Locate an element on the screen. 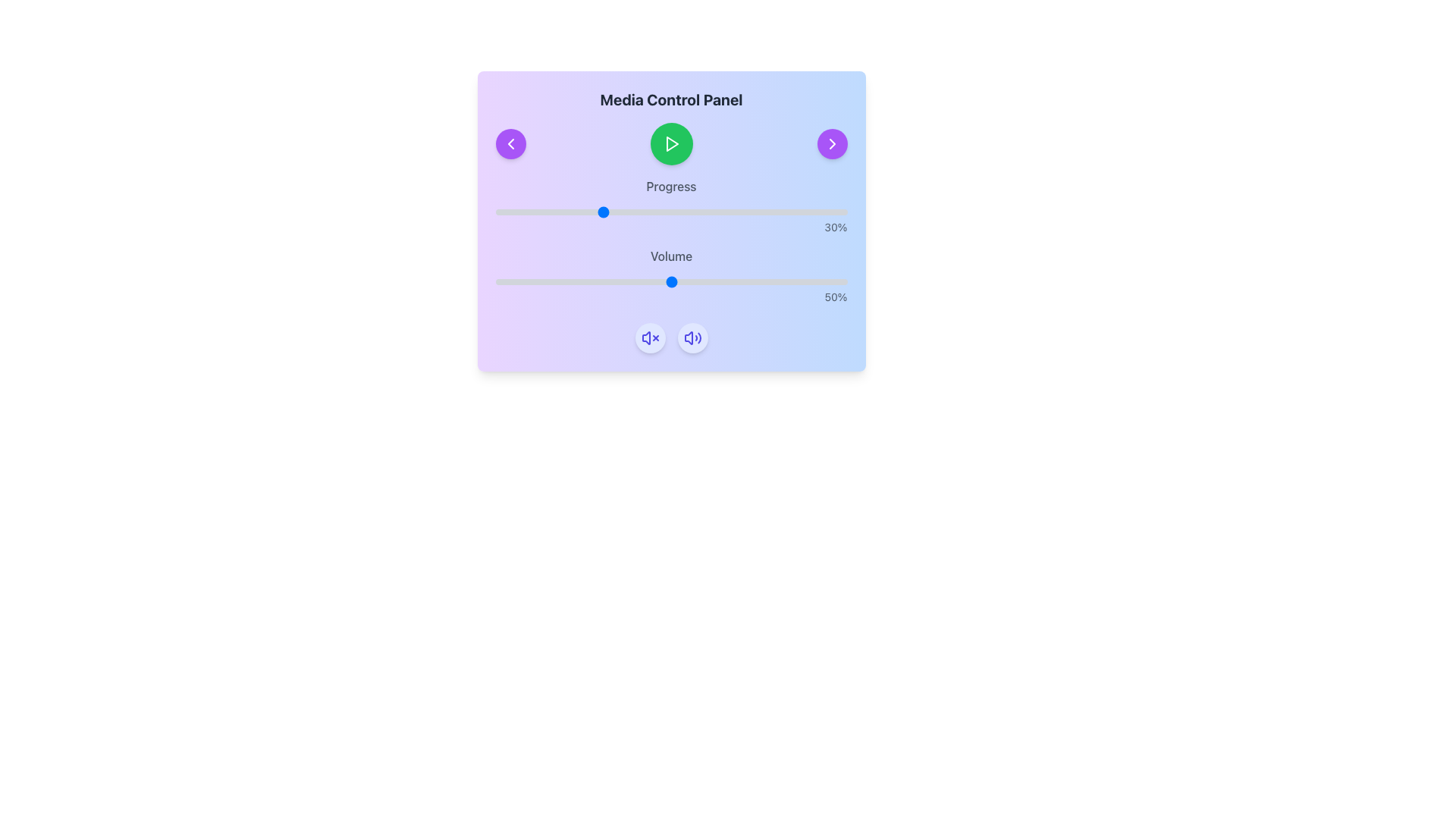 Image resolution: width=1456 pixels, height=819 pixels. progress is located at coordinates (735, 212).